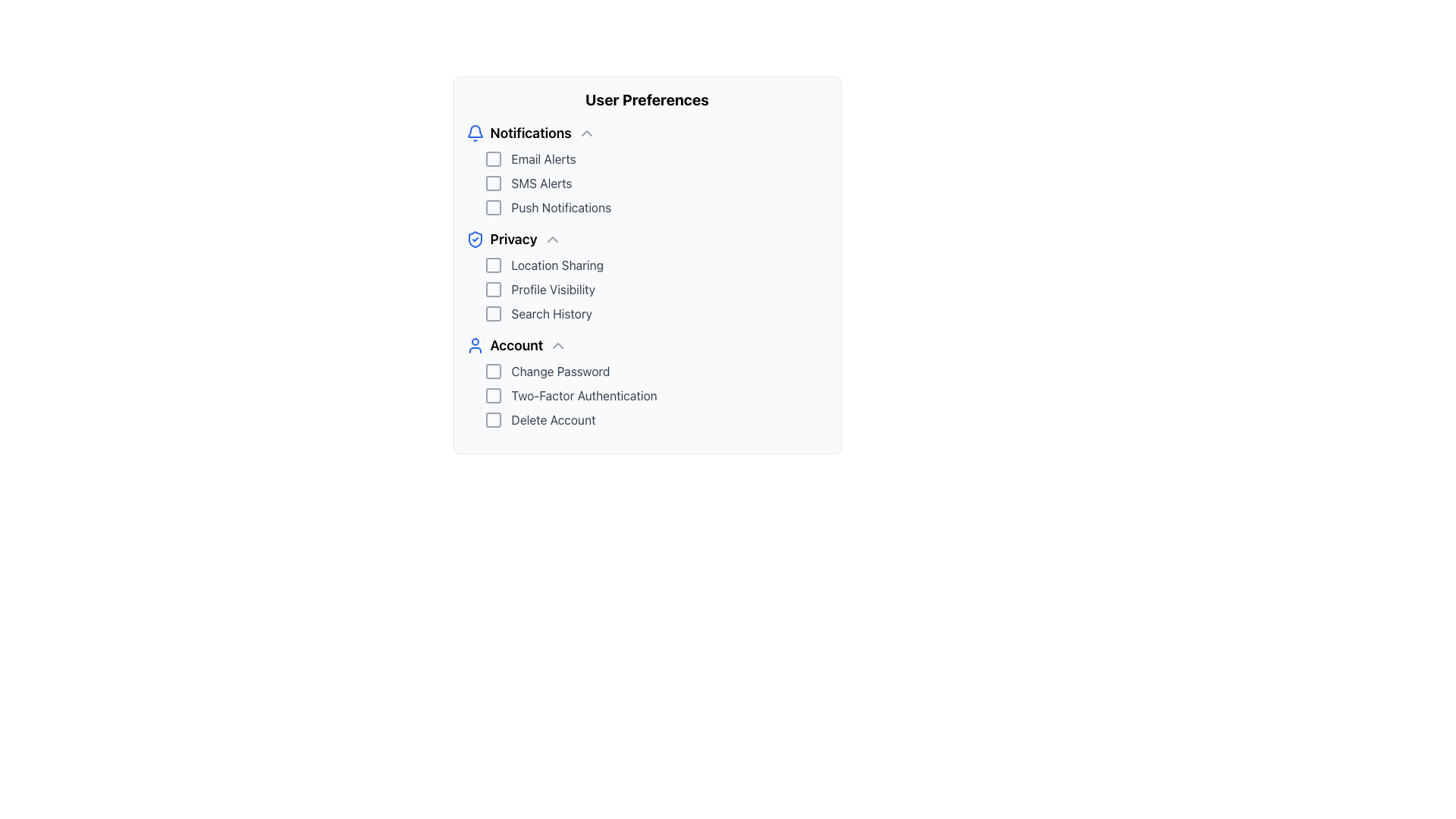  What do you see at coordinates (493, 289) in the screenshot?
I see `the 'Profile Visibility' checkbox in the 'Privacy' section` at bounding box center [493, 289].